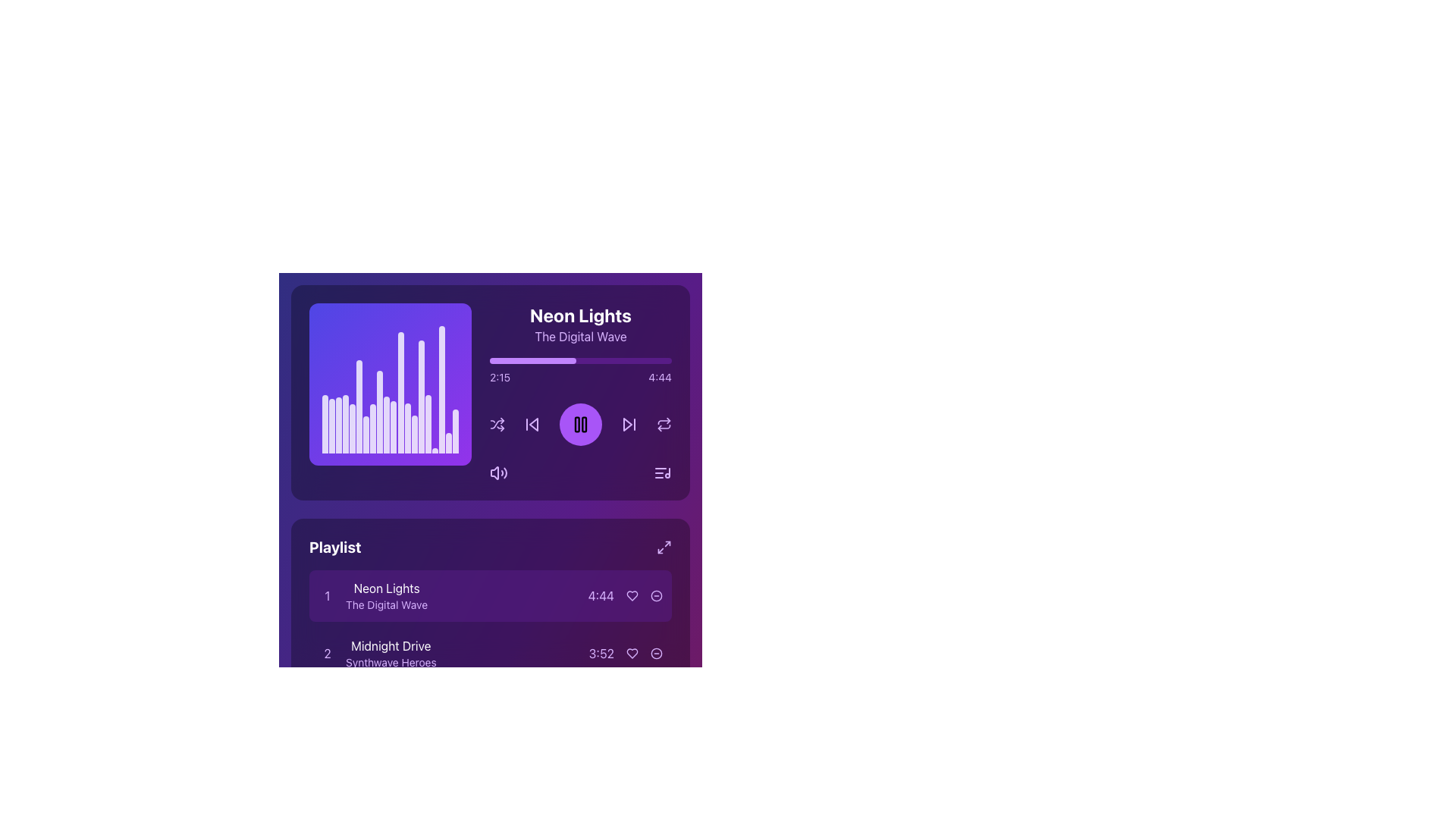 This screenshot has height=819, width=1456. What do you see at coordinates (359, 406) in the screenshot?
I see `the sixth vertical audio visualization bar, which is white with an opacity effect and has a rounded top, located within the audio visualization component of the music player interface` at bounding box center [359, 406].